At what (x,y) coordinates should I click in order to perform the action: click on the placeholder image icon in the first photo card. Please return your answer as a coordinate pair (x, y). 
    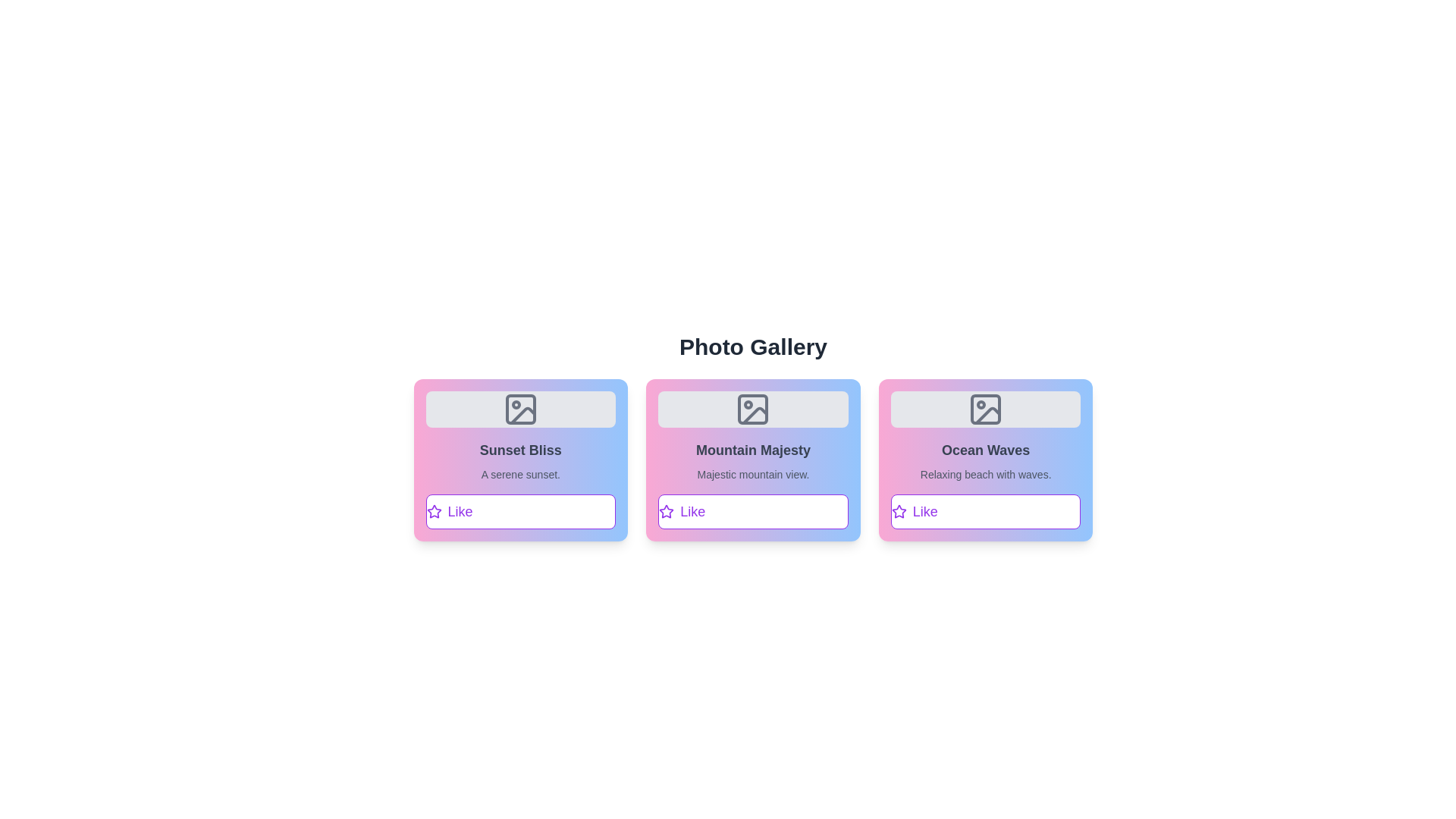
    Looking at the image, I should click on (520, 409).